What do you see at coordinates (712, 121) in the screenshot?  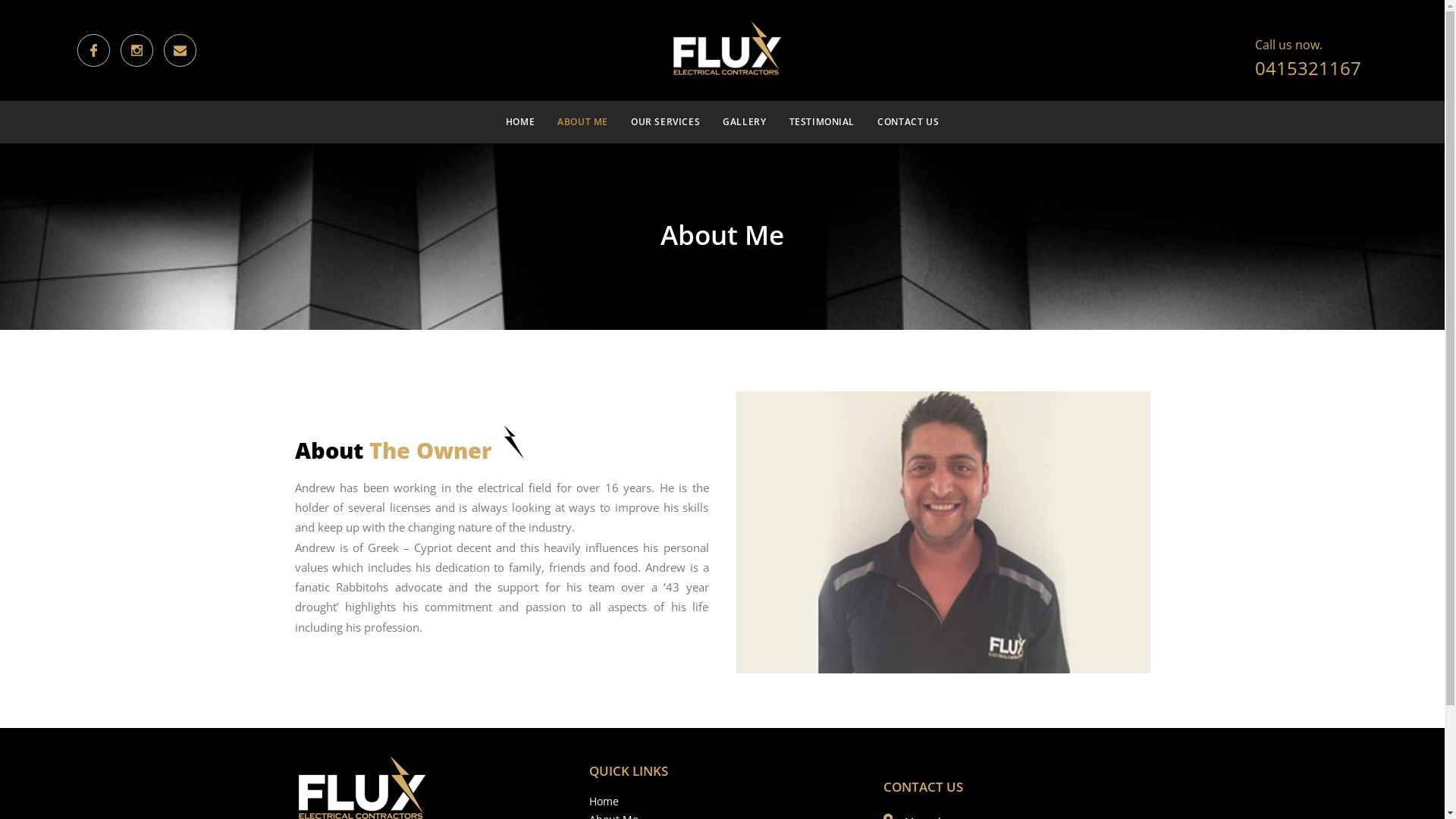 I see `'GALLERY'` at bounding box center [712, 121].